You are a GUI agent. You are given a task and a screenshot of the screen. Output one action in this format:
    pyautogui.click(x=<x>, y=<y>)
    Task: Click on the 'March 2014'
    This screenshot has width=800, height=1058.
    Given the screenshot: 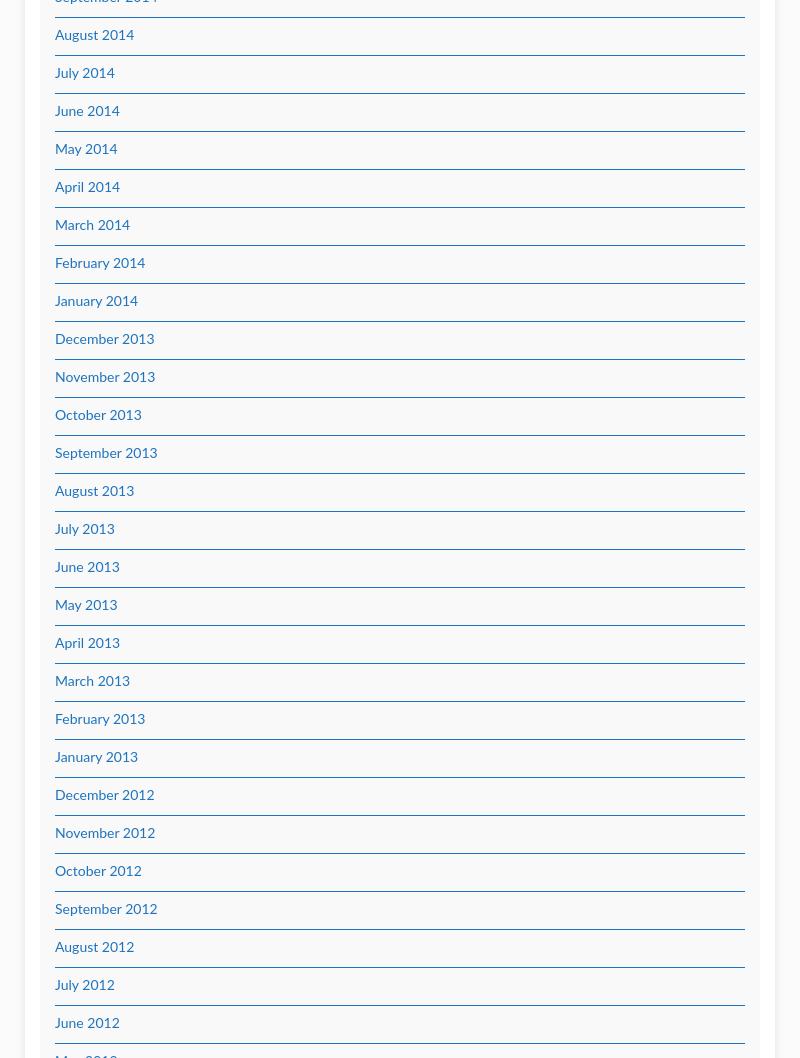 What is the action you would take?
    pyautogui.click(x=54, y=225)
    